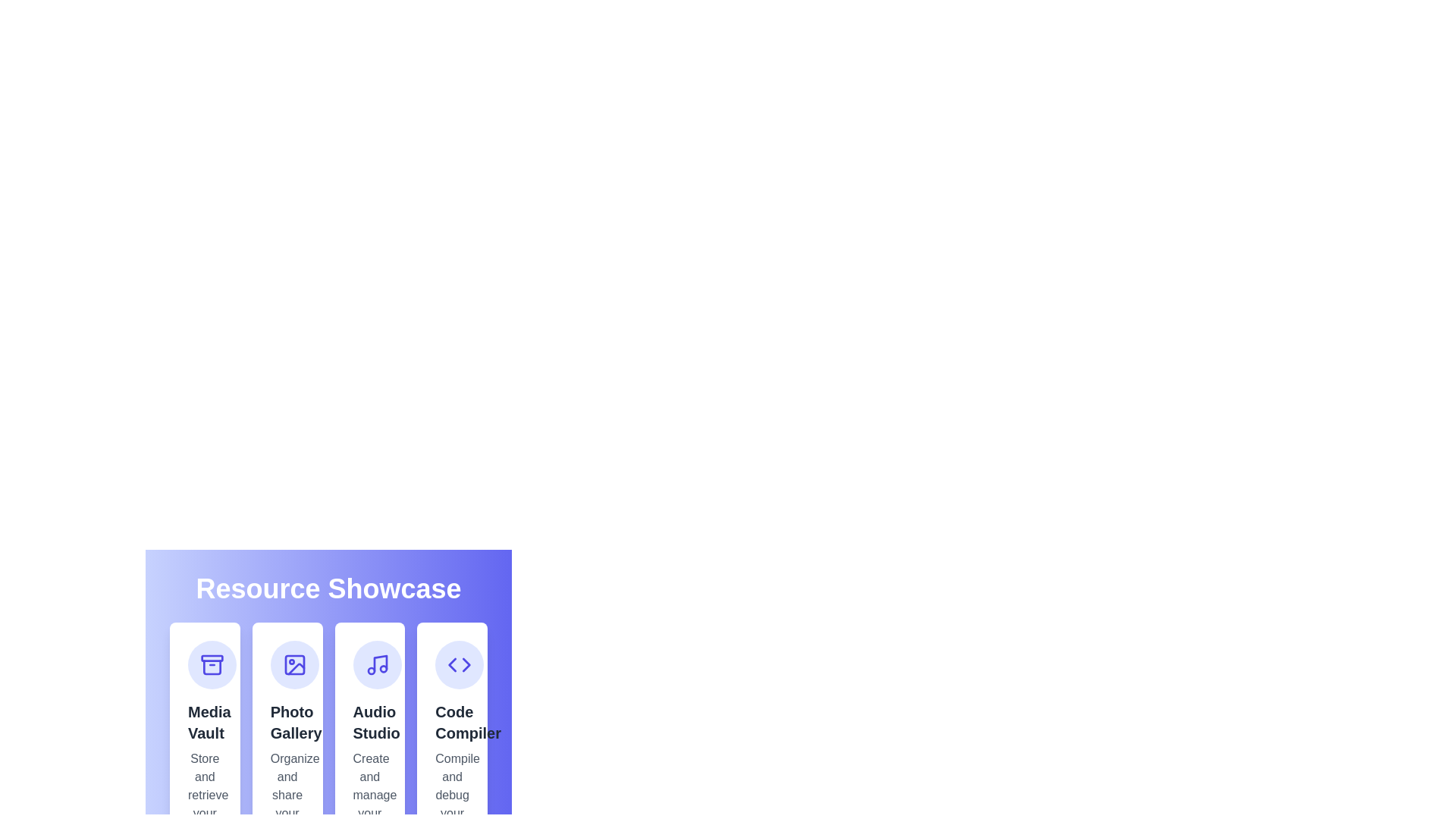  I want to click on the 'Code Compiler' icon, which serves as a visual cue for accessing code compilation and debugging functionalities, so click(459, 664).